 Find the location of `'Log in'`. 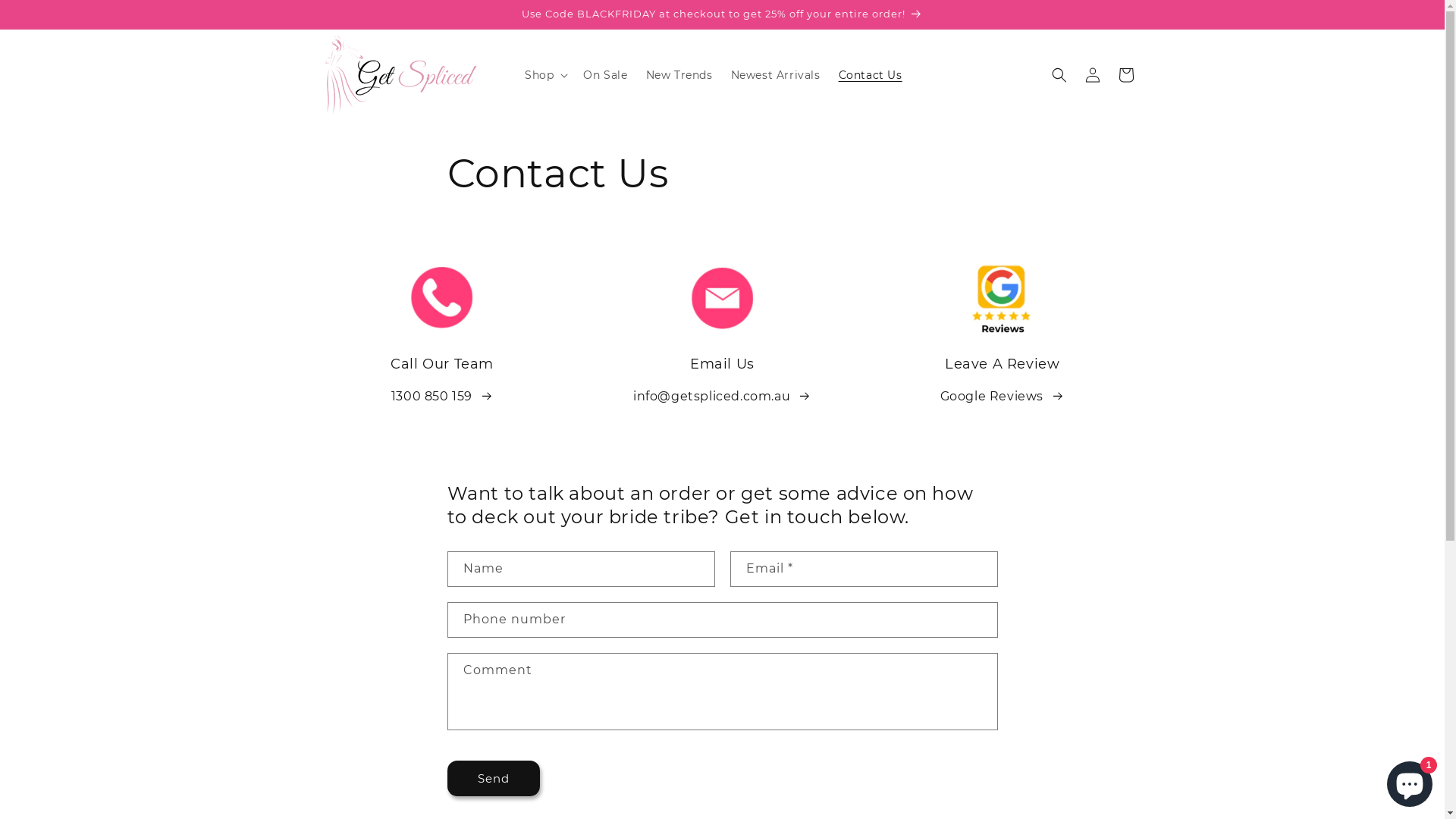

'Log in' is located at coordinates (1074, 75).